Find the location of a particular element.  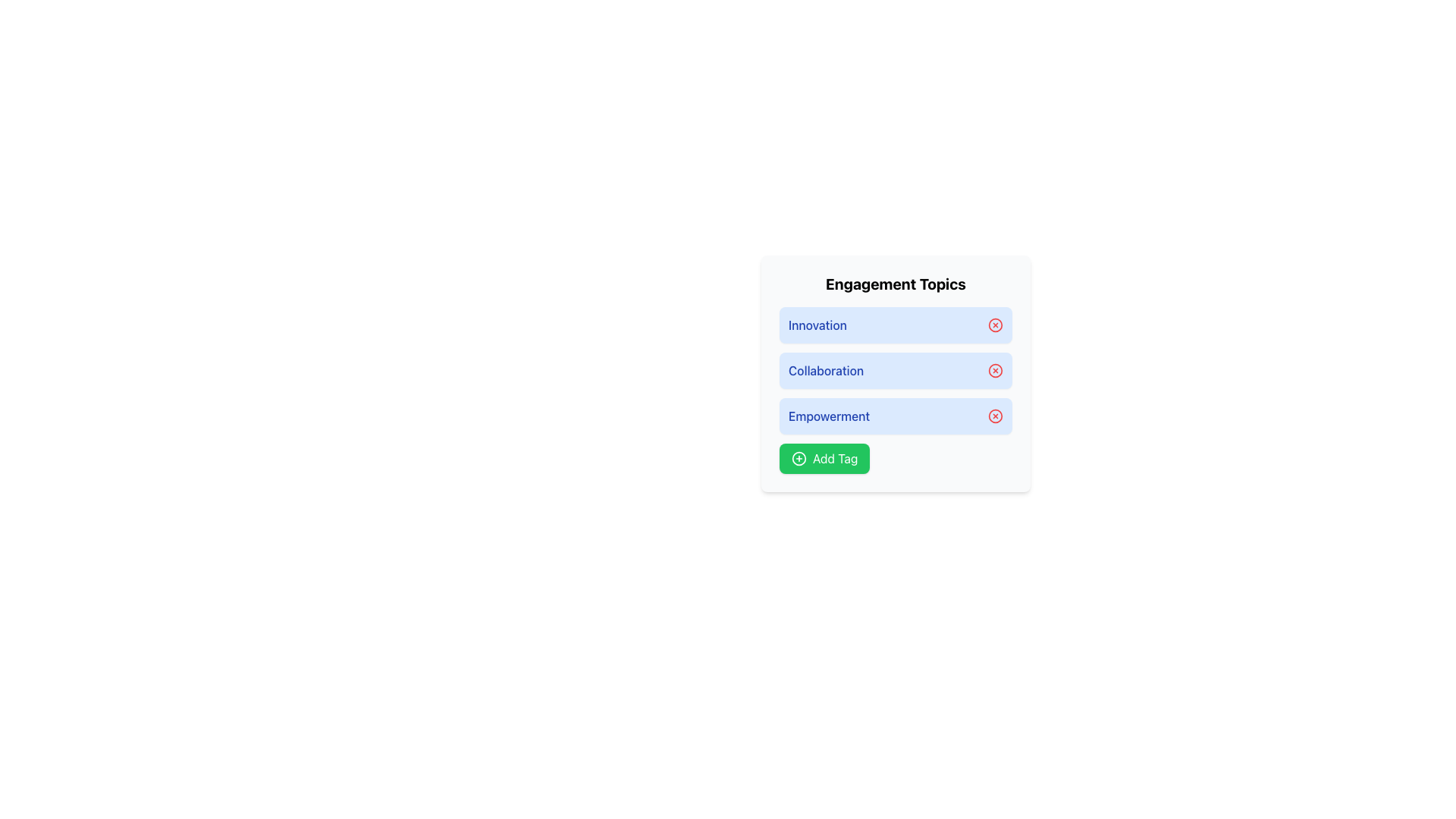

the circular graphical shape that serves as a highlight within the close button icon, located in the second row of the 'Engagement Topics' list next to the 'Collaboration' text is located at coordinates (996, 371).